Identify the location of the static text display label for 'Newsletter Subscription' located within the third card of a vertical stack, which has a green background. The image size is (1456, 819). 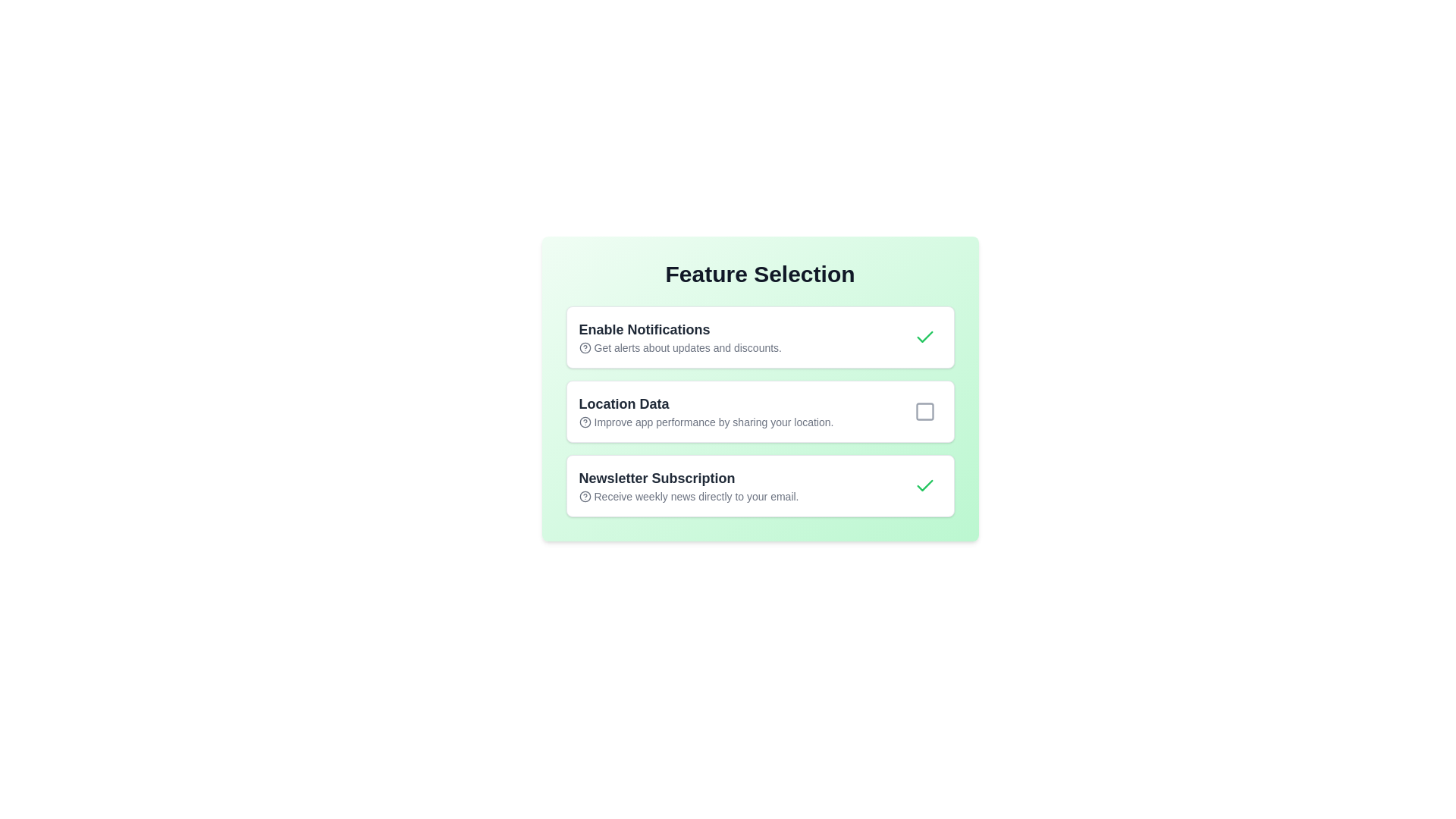
(688, 485).